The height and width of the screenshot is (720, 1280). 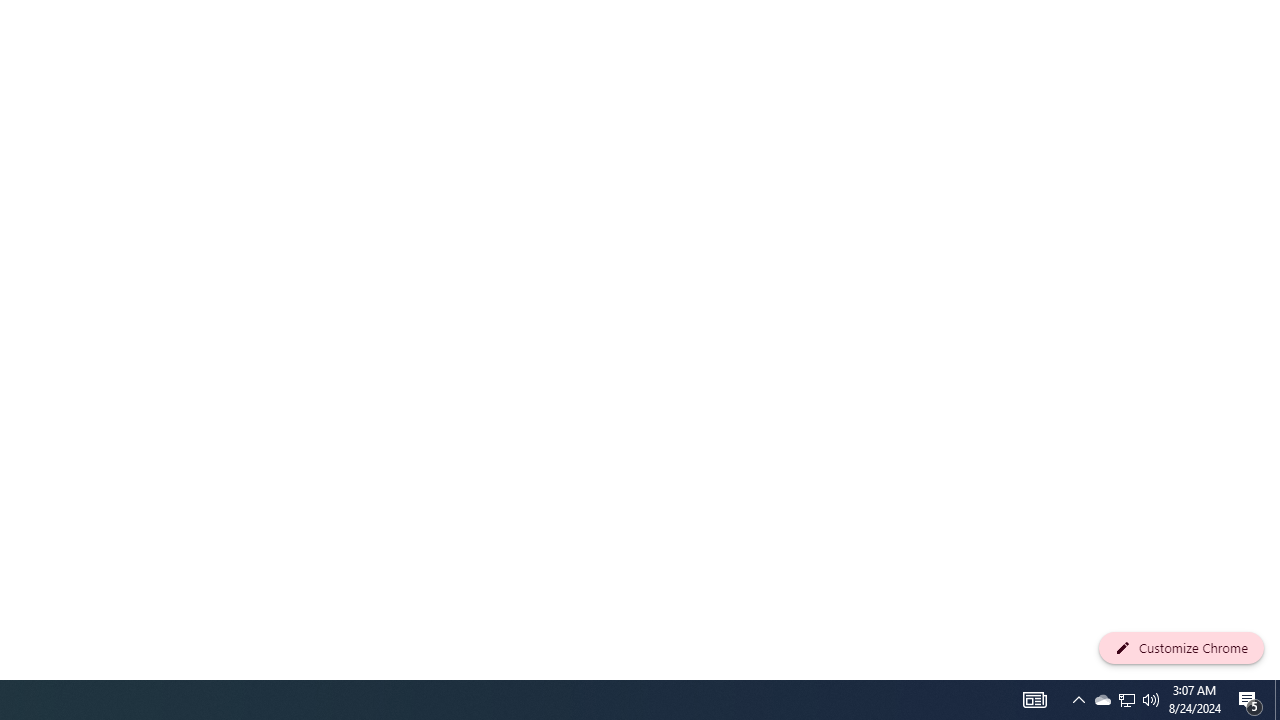 What do you see at coordinates (1181, 648) in the screenshot?
I see `'Customize Chrome'` at bounding box center [1181, 648].